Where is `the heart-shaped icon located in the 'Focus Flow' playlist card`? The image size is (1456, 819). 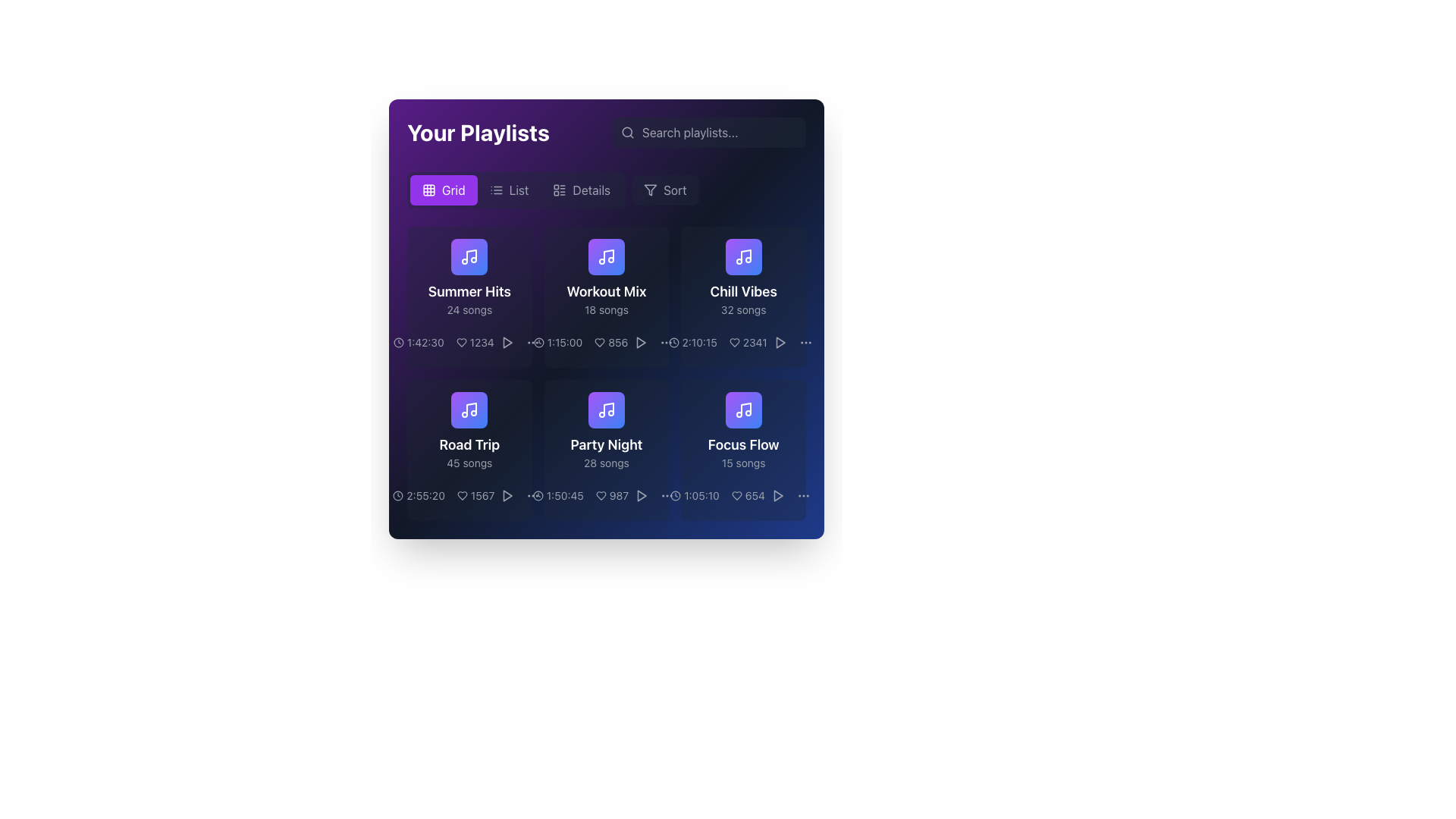
the heart-shaped icon located in the 'Focus Flow' playlist card is located at coordinates (736, 496).